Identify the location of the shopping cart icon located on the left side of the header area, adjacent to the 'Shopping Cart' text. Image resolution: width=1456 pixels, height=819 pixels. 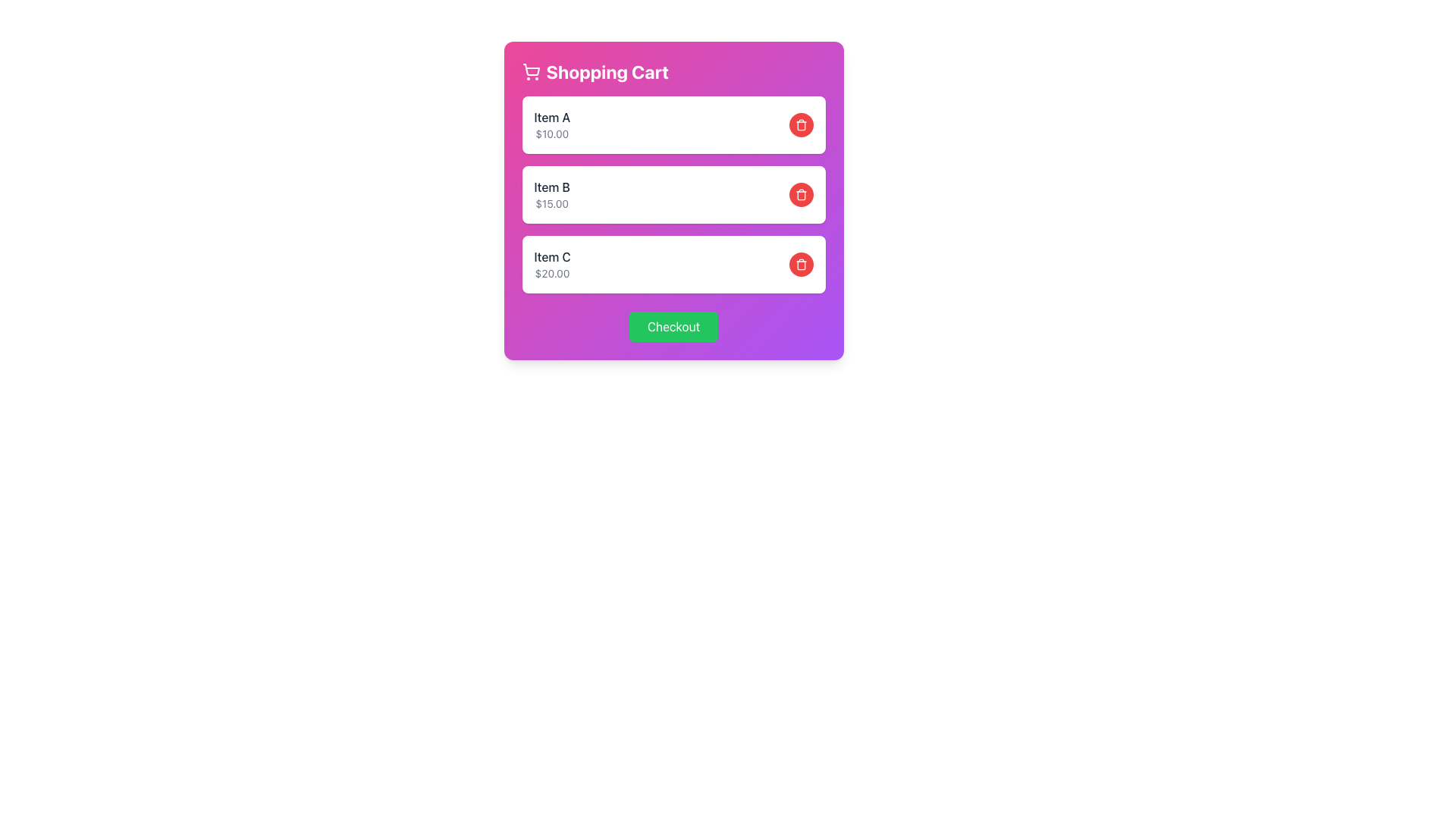
(531, 70).